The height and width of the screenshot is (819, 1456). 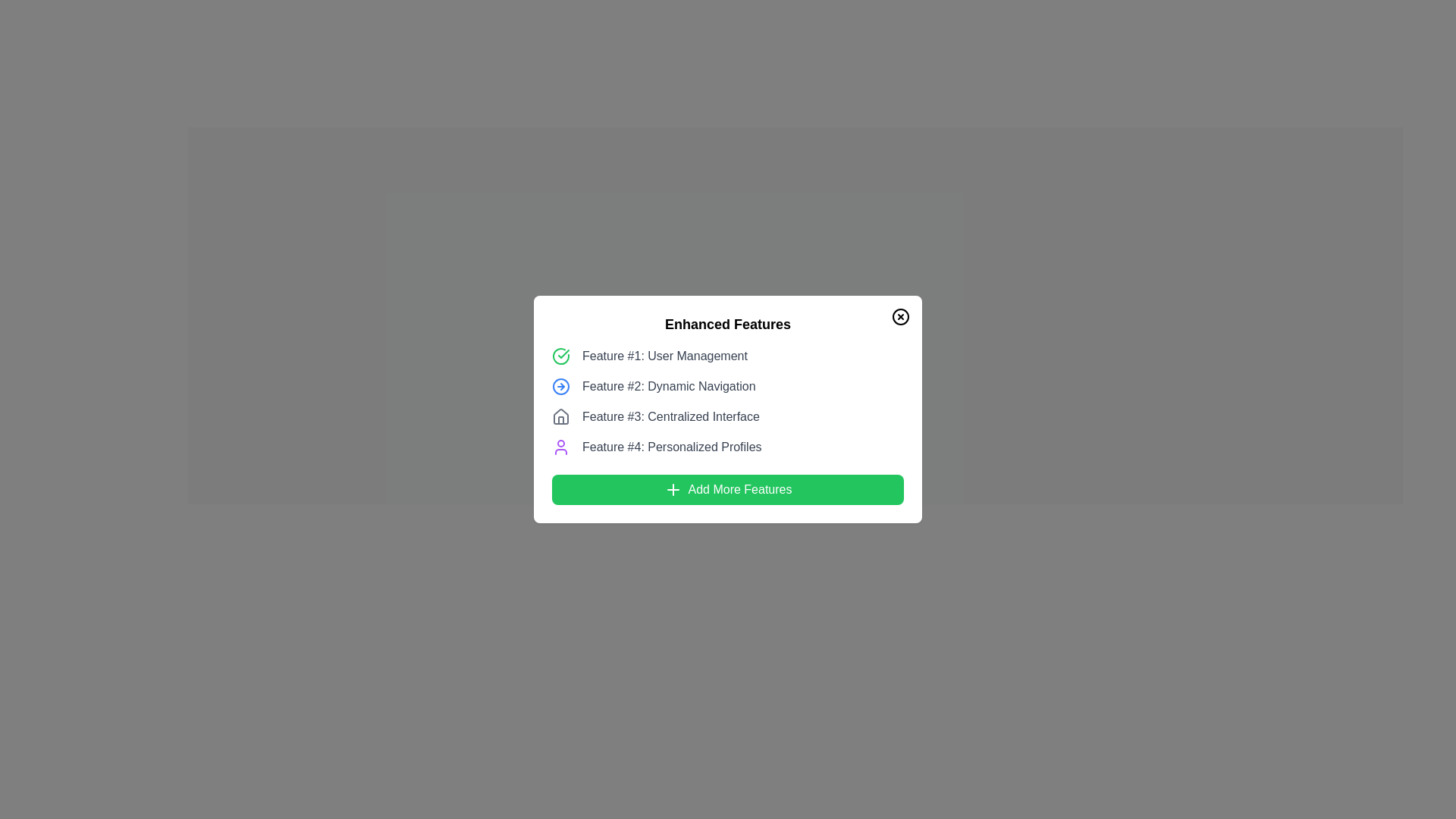 I want to click on the label indicating the name or title of the feature located in the fourth item of the 'Enhanced Features' list in the modal, positioned under 'Feature #3: Centralized Interface' and above the '+ Add More Features' button, so click(x=671, y=447).